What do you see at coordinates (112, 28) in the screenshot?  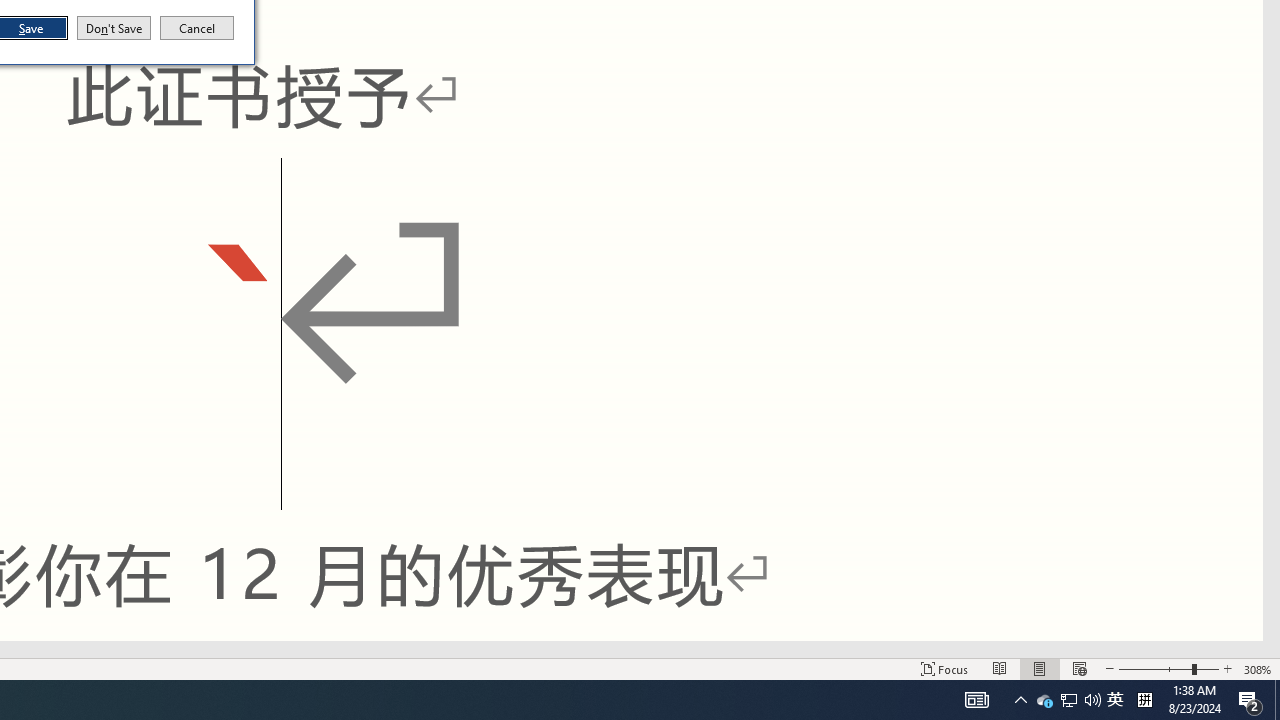 I see `'Don'` at bounding box center [112, 28].